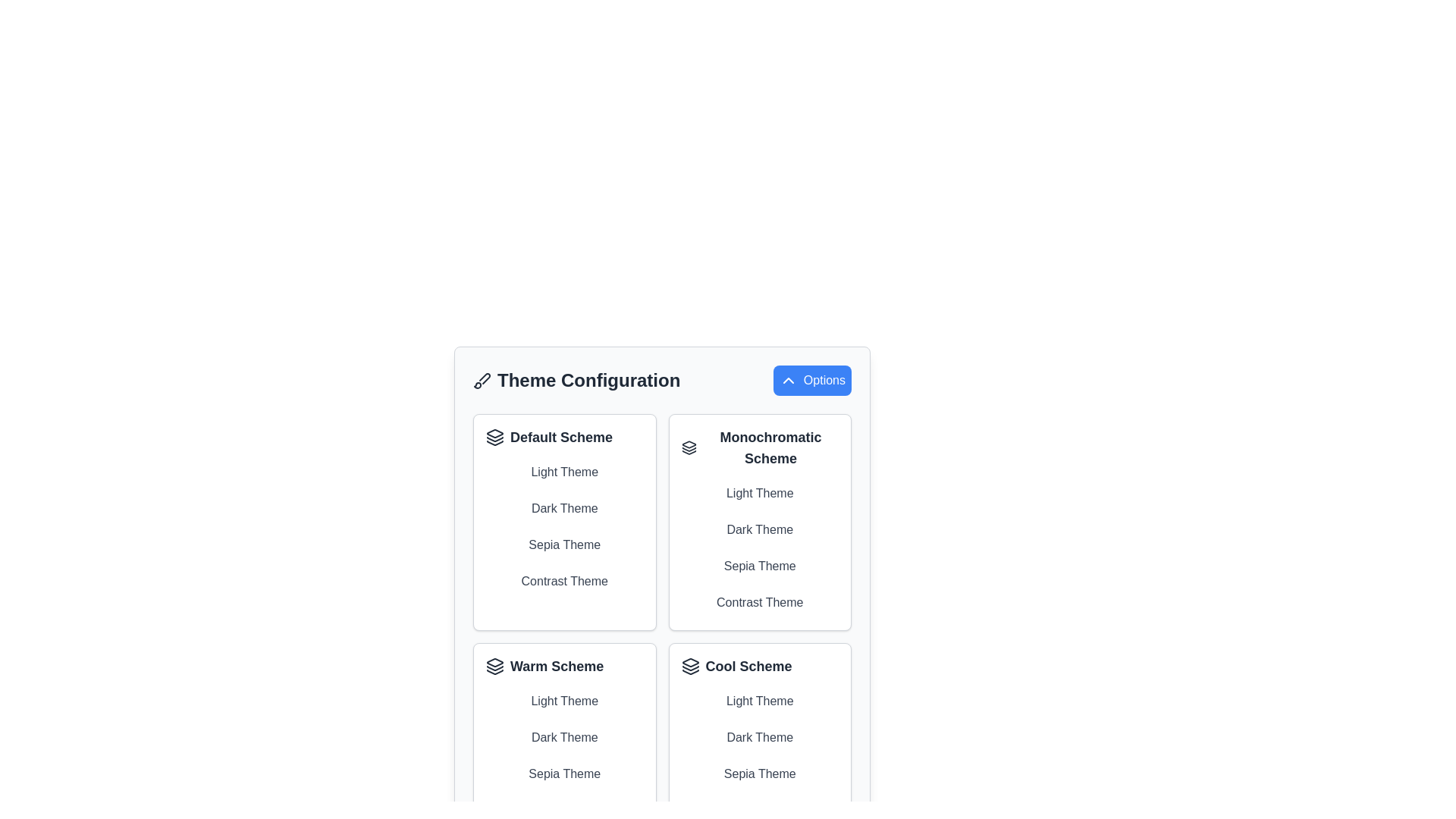 Image resolution: width=1456 pixels, height=819 pixels. What do you see at coordinates (563, 472) in the screenshot?
I see `the 'Light Theme' text button, which is the first option in the 'Default Scheme' column styled with a rounded rectangle background and medium gray font` at bounding box center [563, 472].